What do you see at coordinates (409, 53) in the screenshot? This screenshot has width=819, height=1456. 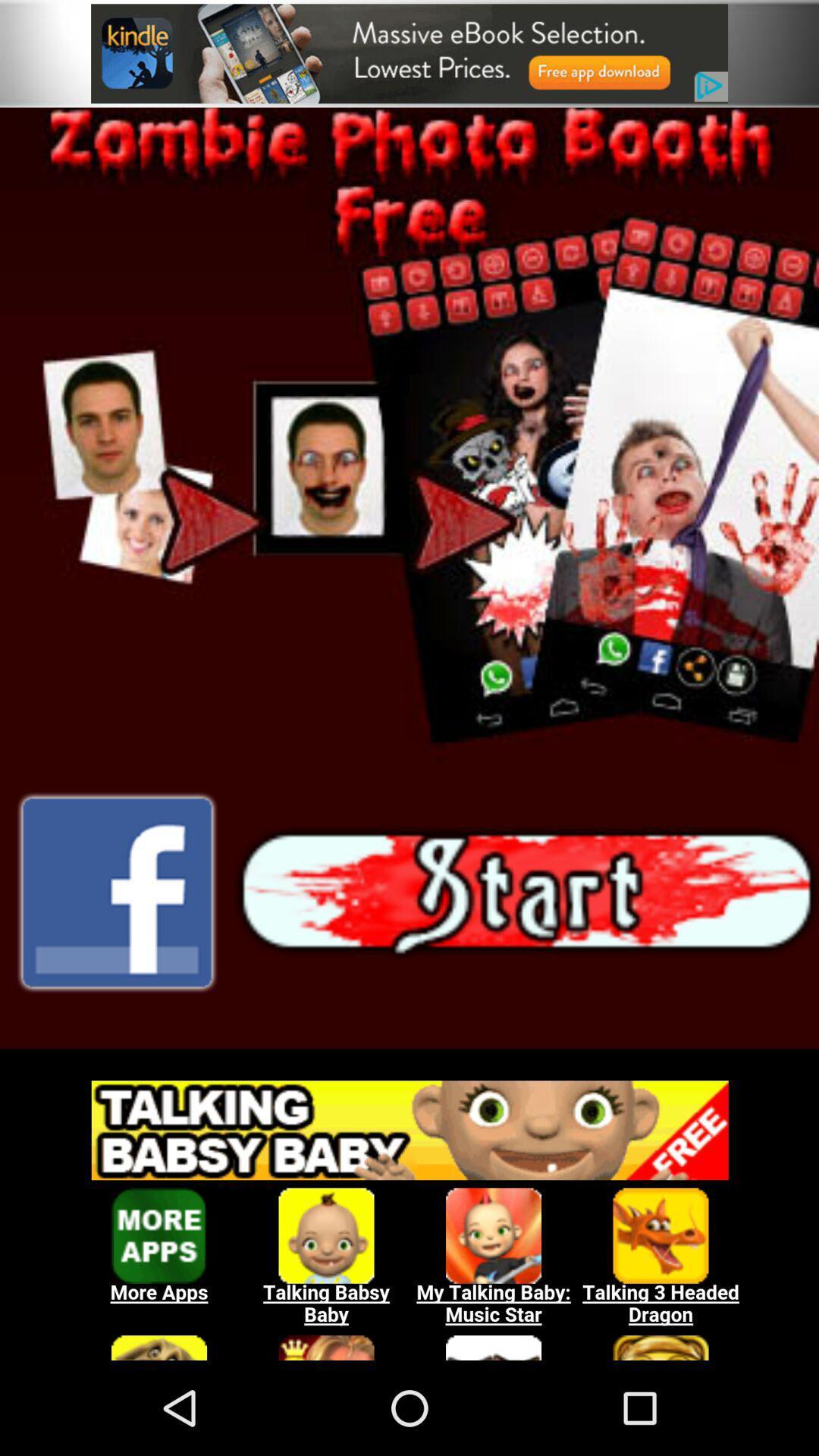 I see `kindle app download page` at bounding box center [409, 53].